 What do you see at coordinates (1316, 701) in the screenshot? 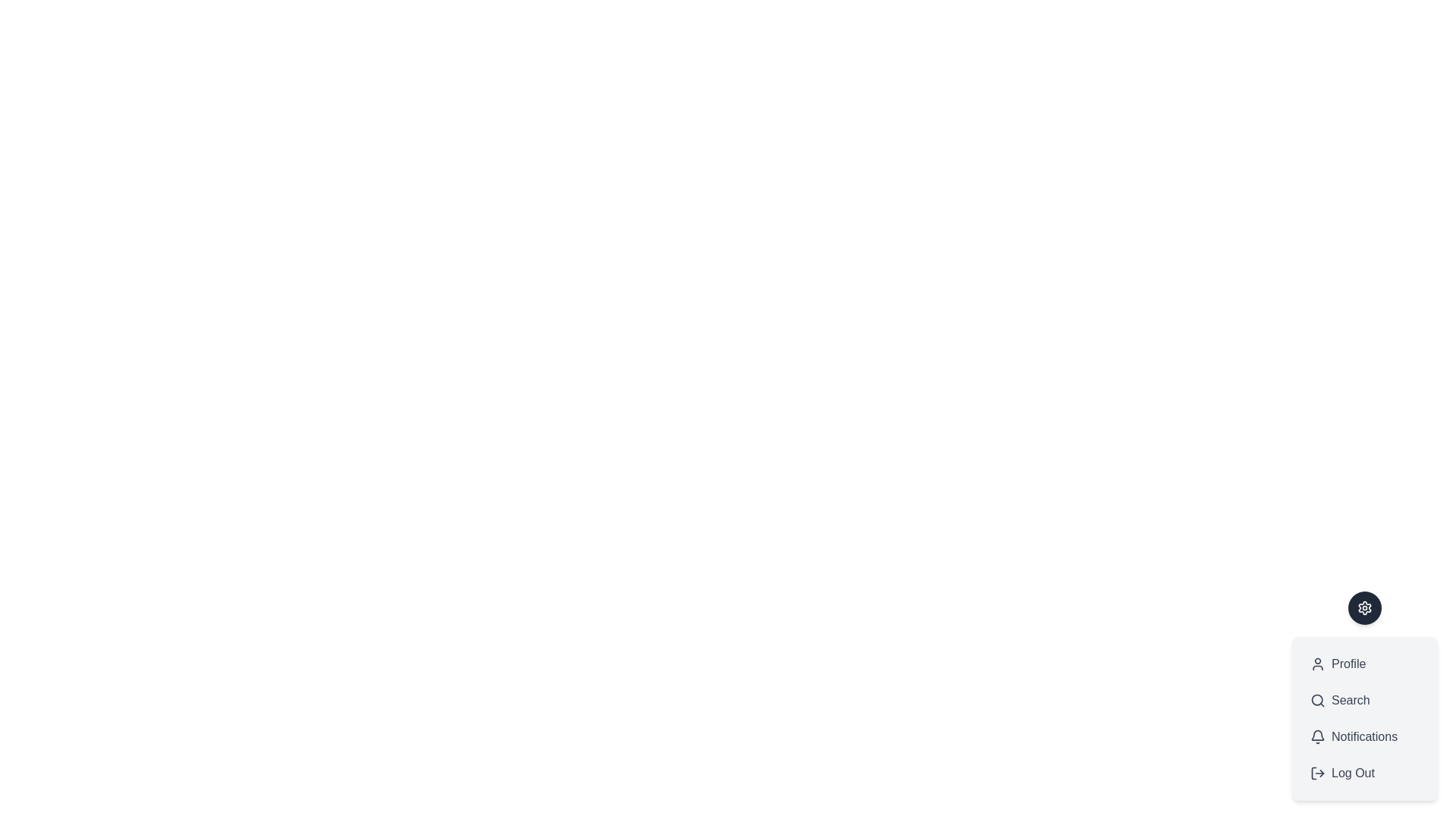
I see `the magnifying glass icon in the 'Search' menu item, which is located below 'Profile' and above 'Notifications' in the pop-up menu` at bounding box center [1316, 701].